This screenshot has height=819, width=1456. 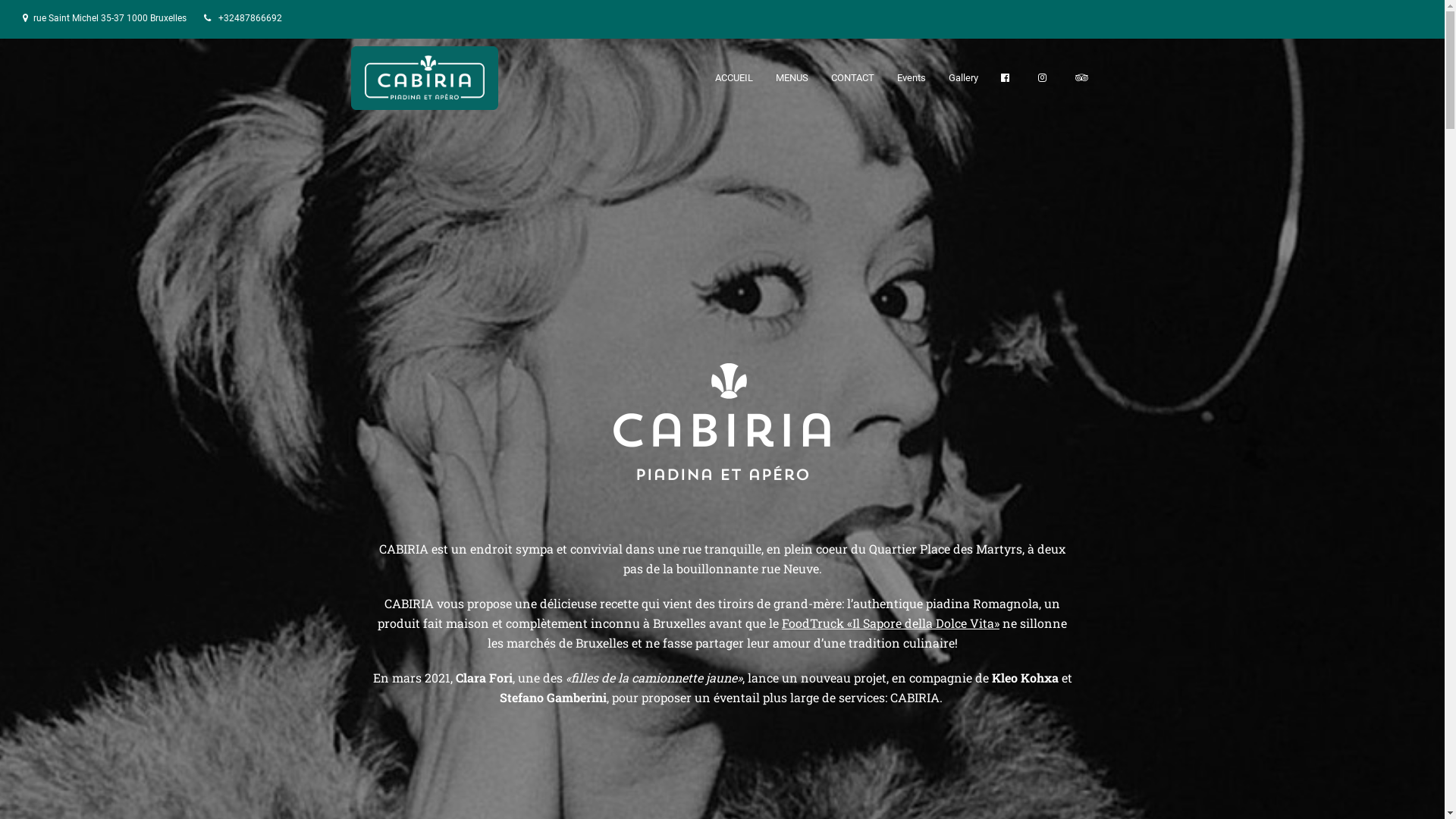 What do you see at coordinates (791, 78) in the screenshot?
I see `'MENUS'` at bounding box center [791, 78].